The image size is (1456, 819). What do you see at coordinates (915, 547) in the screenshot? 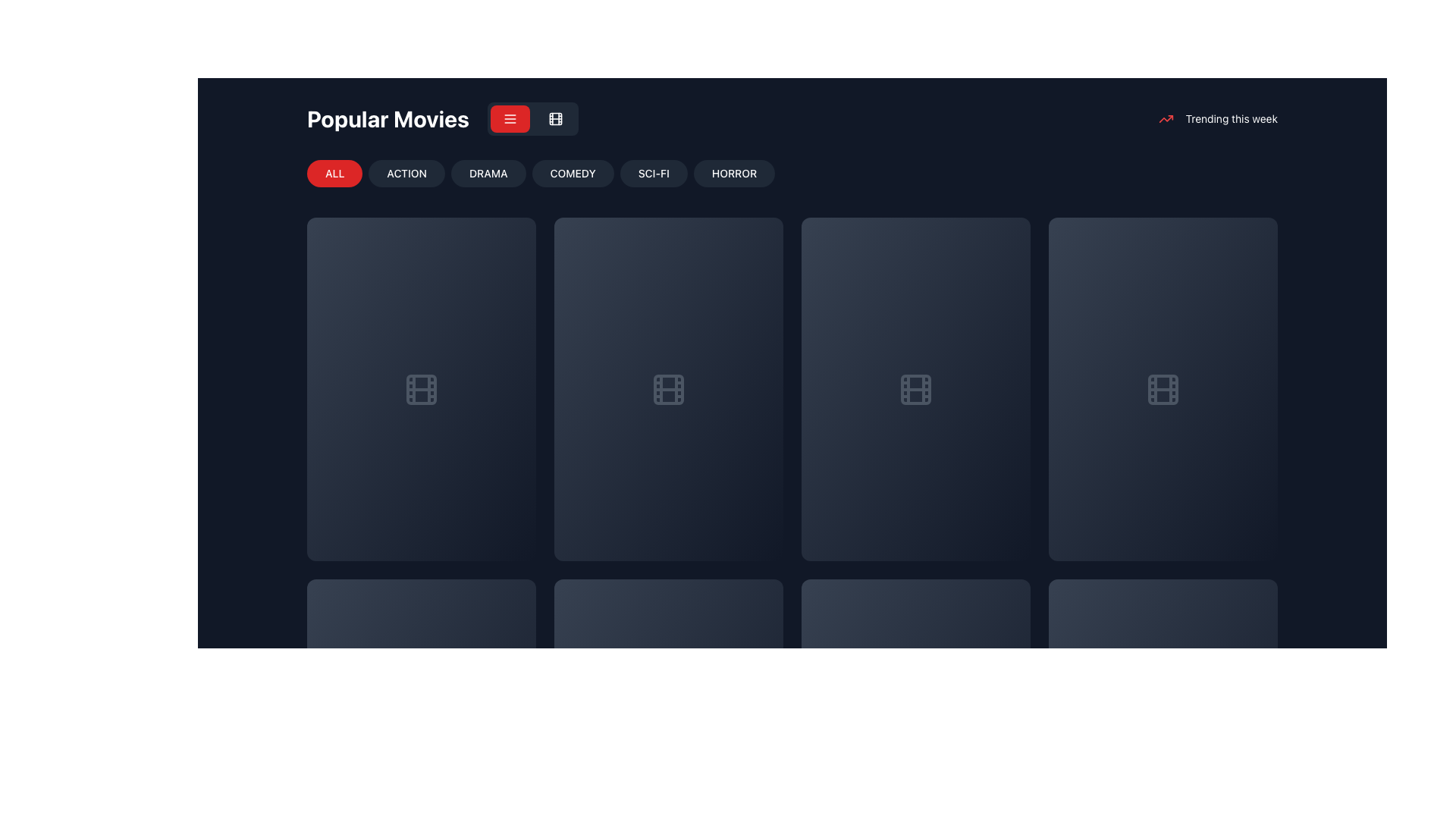
I see `the progress bar located at the bottom of the third tile in the interface to indicate its completion percentage visually` at bounding box center [915, 547].